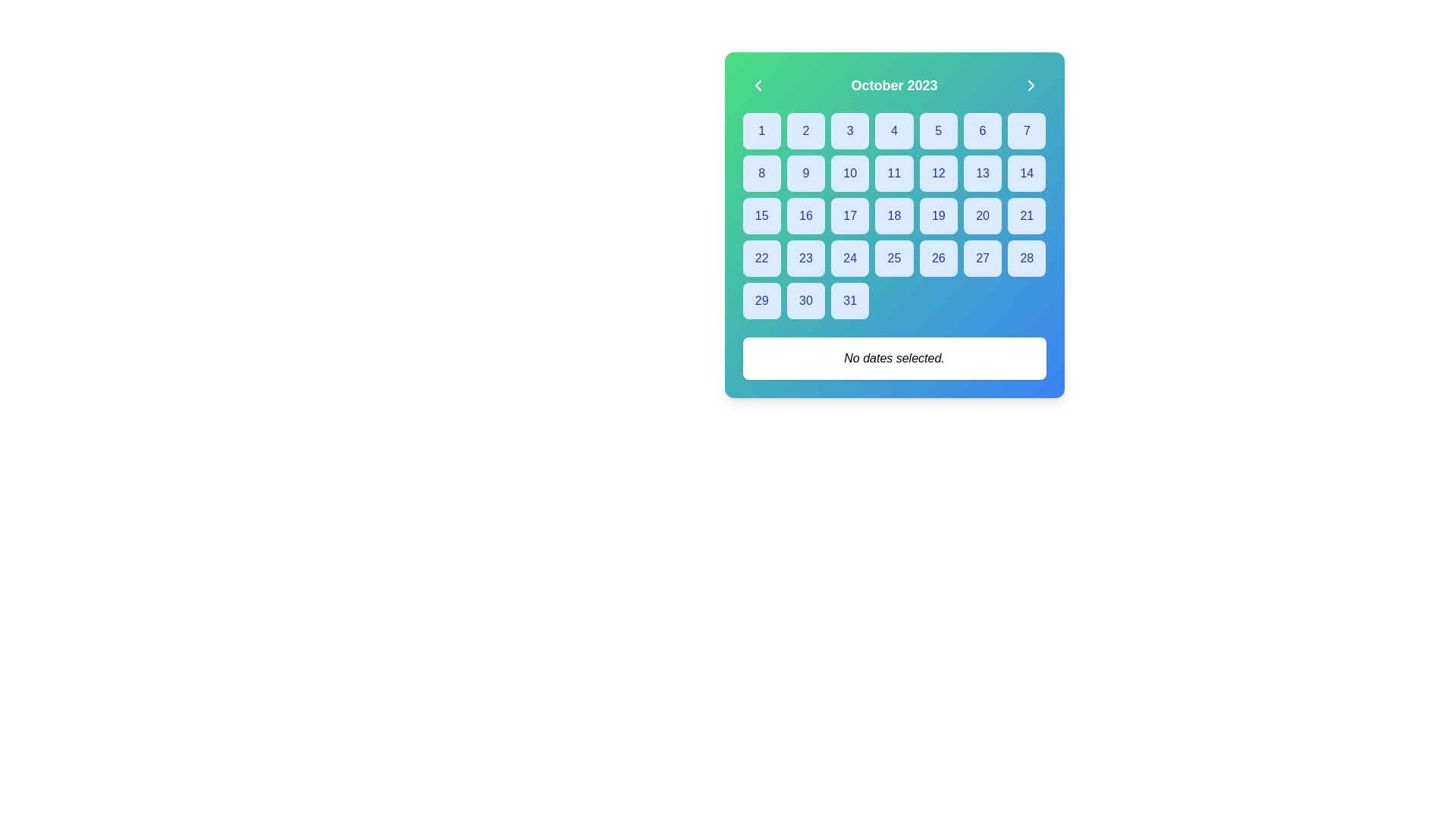 This screenshot has width=1456, height=819. What do you see at coordinates (761, 301) in the screenshot?
I see `the button representing the selectable date '29' in the calendar's last row and first column` at bounding box center [761, 301].